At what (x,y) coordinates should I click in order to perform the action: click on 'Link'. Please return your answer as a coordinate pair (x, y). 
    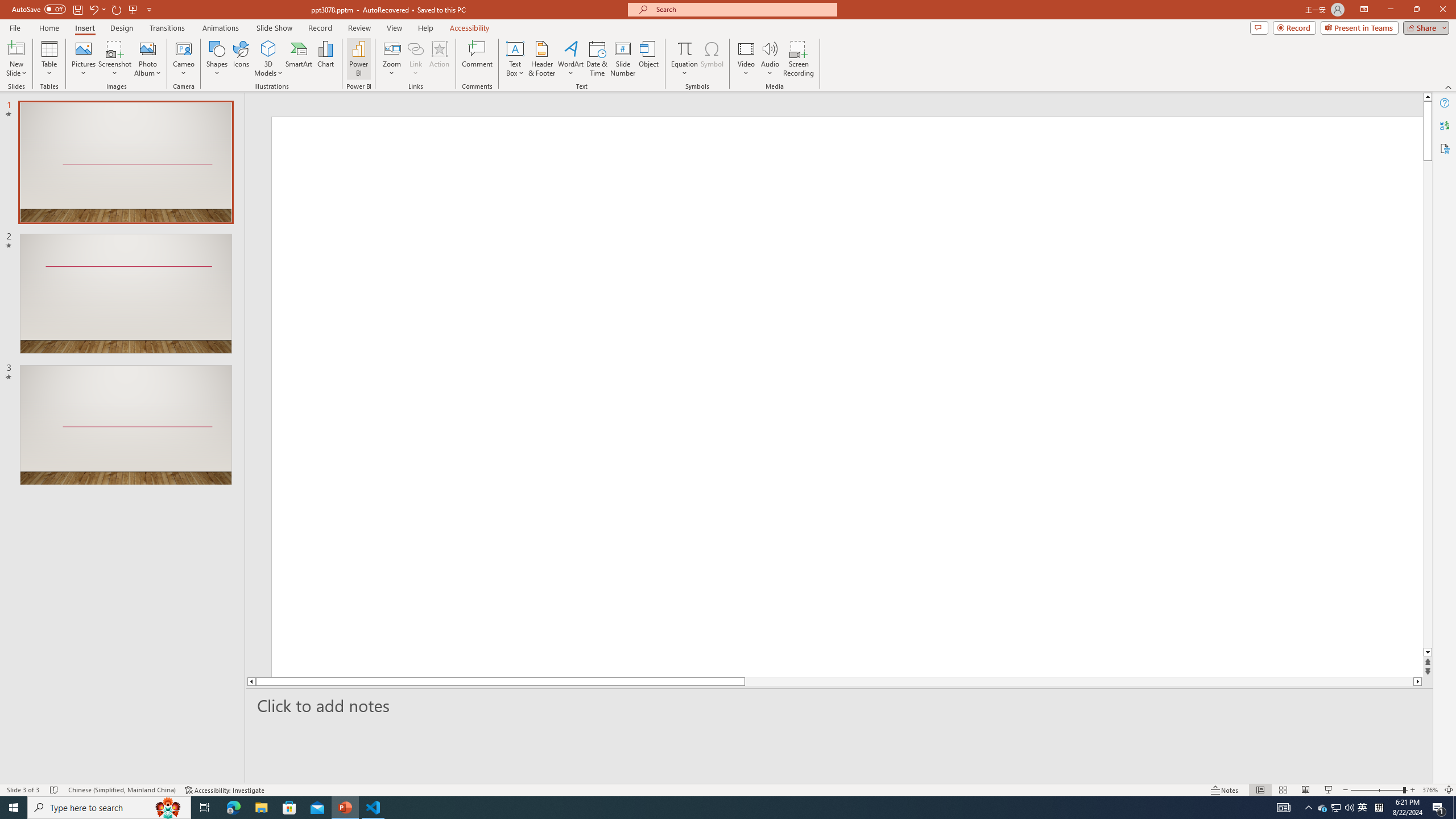
    Looking at the image, I should click on (415, 48).